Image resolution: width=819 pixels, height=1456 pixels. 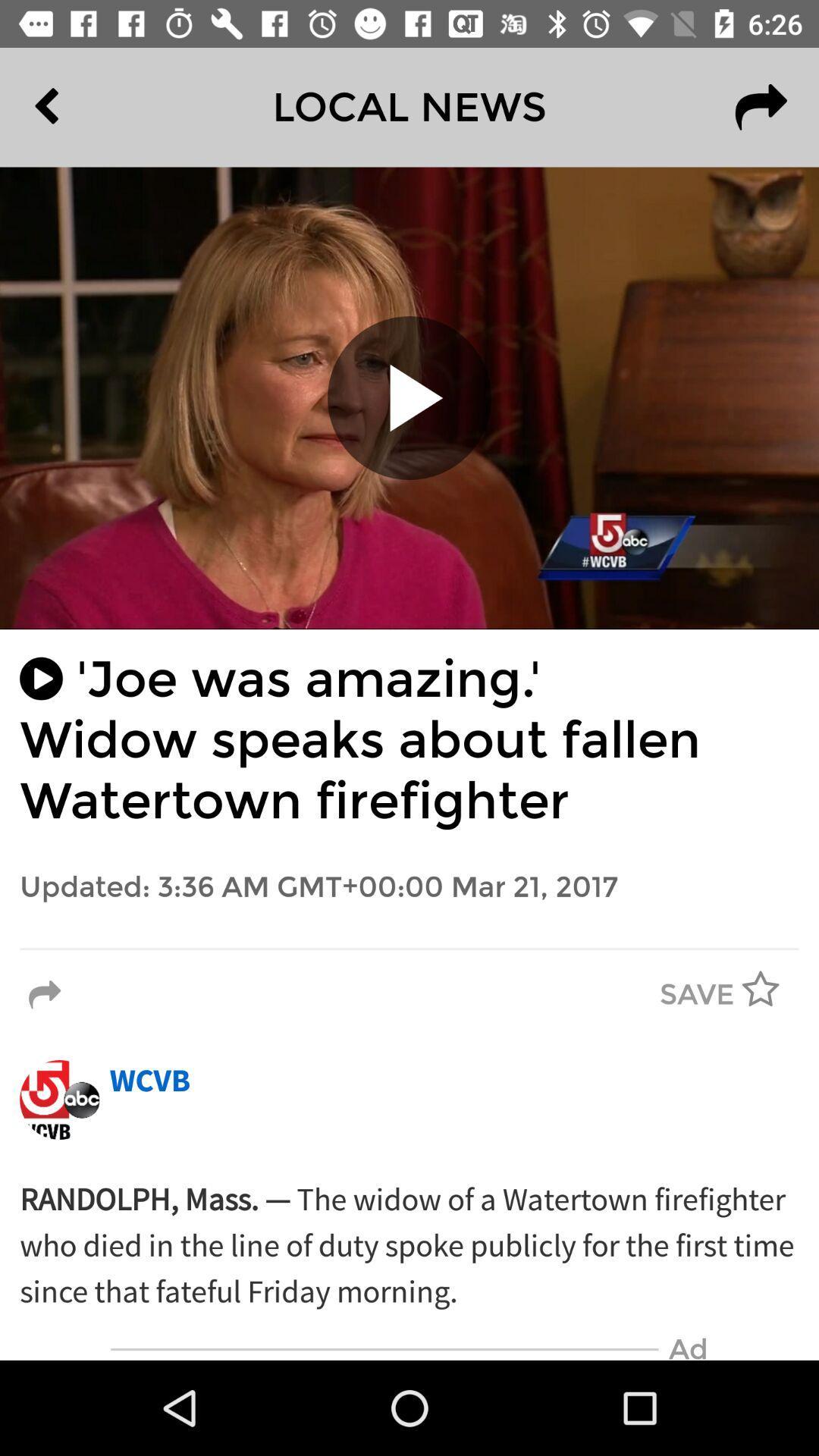 I want to click on the redo icon, so click(x=761, y=106).